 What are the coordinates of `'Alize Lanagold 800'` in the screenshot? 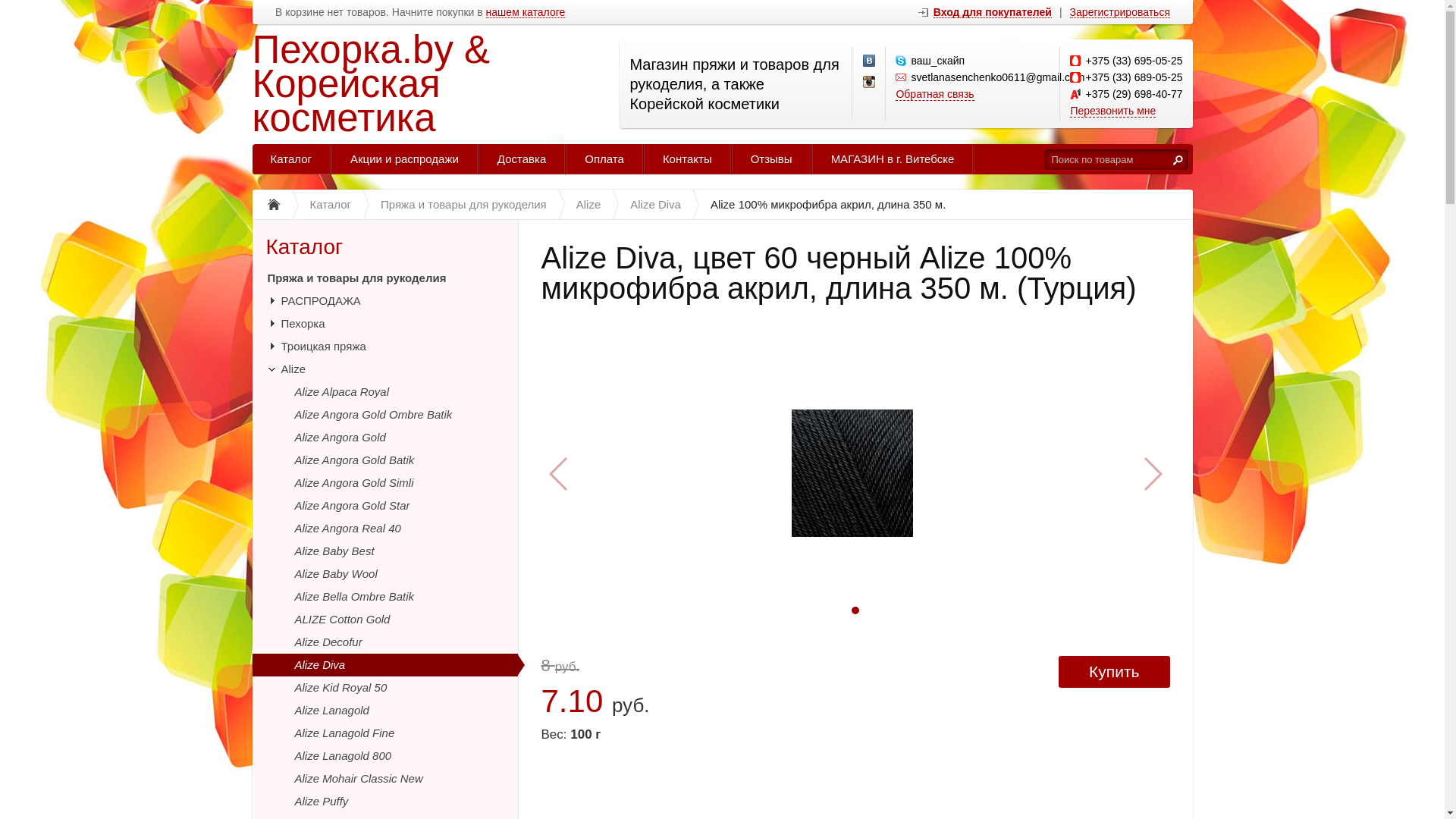 It's located at (384, 755).